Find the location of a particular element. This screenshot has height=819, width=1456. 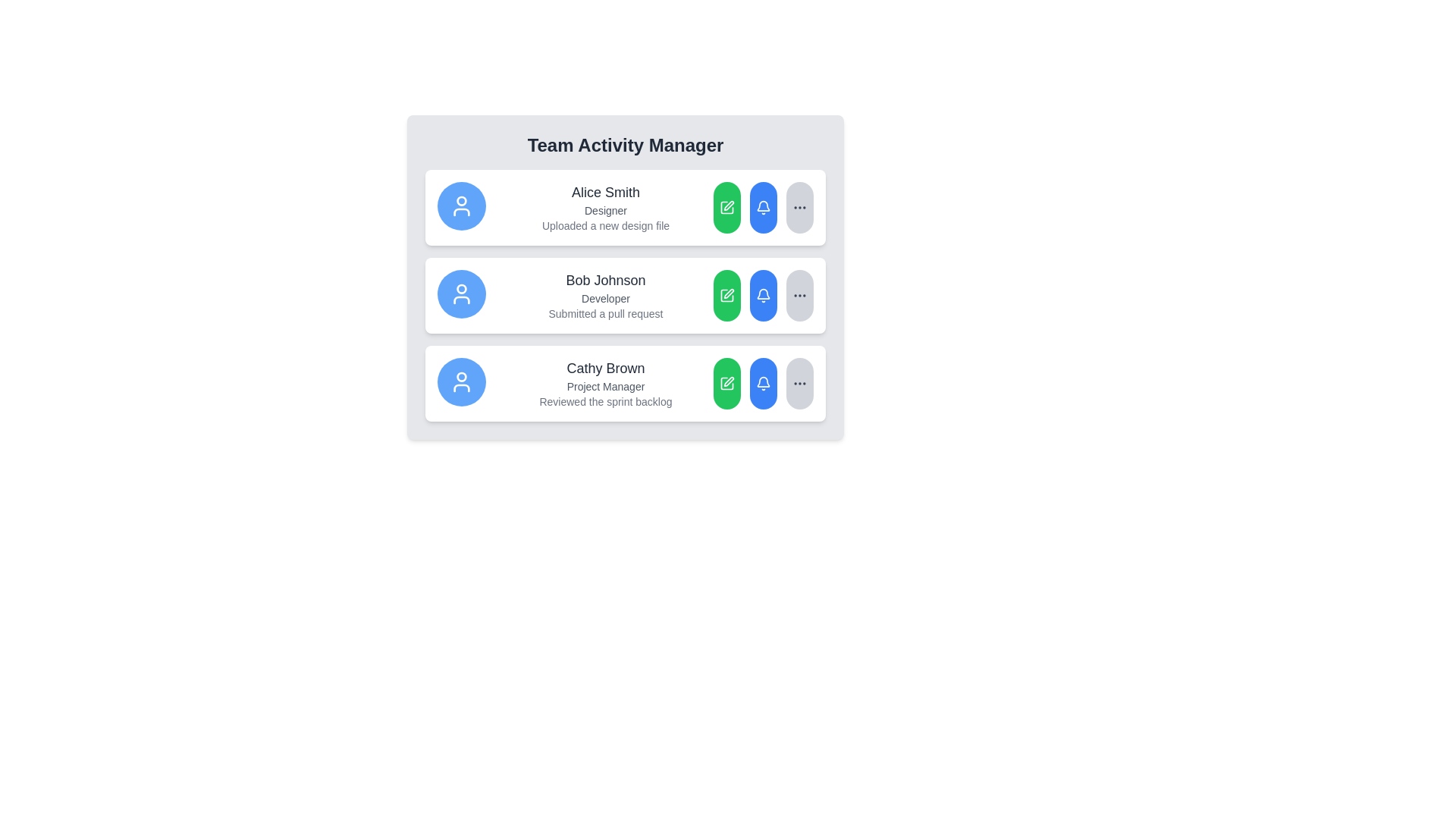

the Text label that describes the action of the individual who submitted a pull request, located in the middle row of the 'Team Activity Manager', directly below the 'Developer' label is located at coordinates (604, 312).